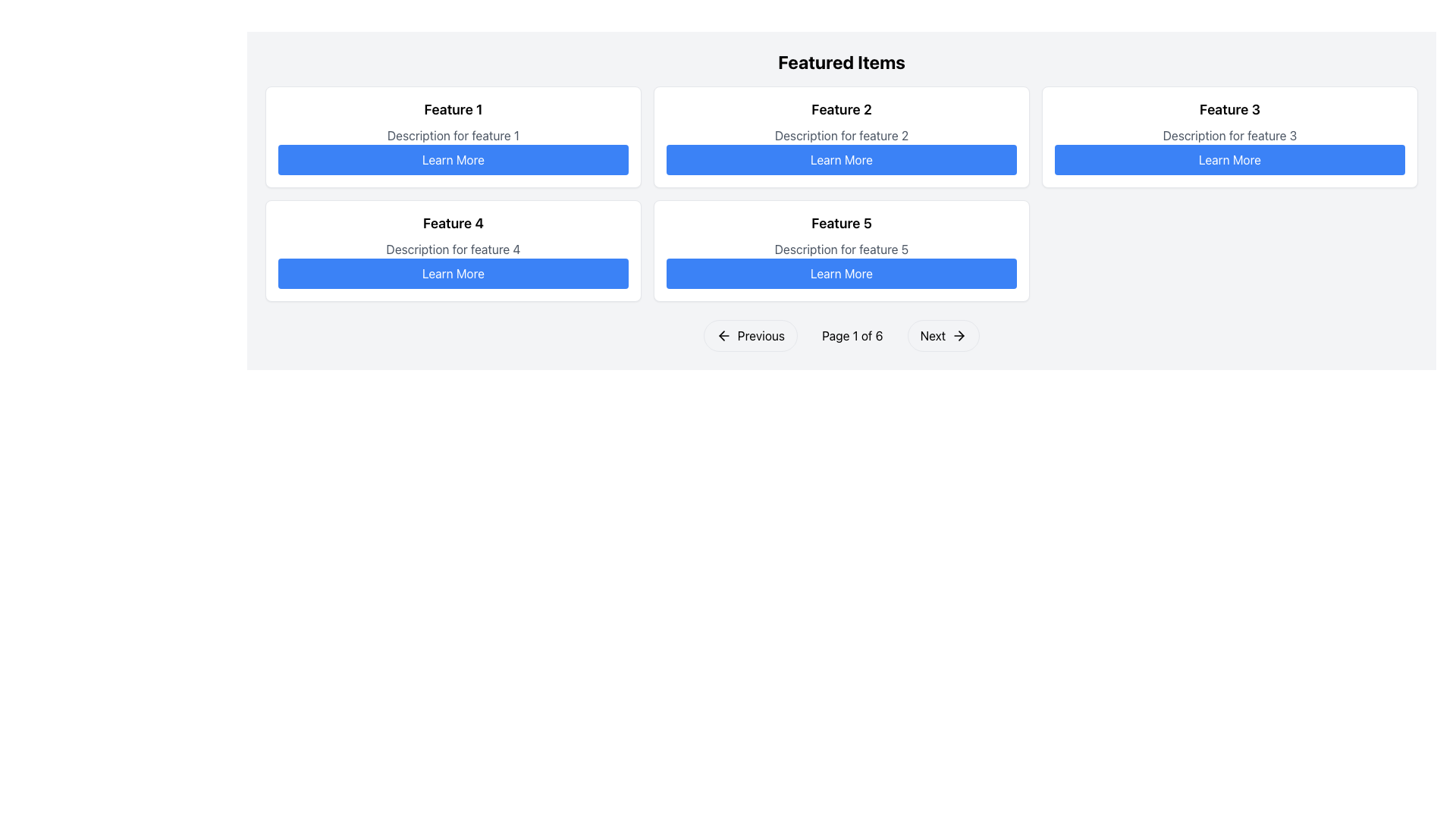 The image size is (1456, 819). What do you see at coordinates (1230, 109) in the screenshot?
I see `the primary title text label located at the top of the rightmost card in the grid layout, positioned above the 'Description for feature 3' text and the 'Learn More' button` at bounding box center [1230, 109].